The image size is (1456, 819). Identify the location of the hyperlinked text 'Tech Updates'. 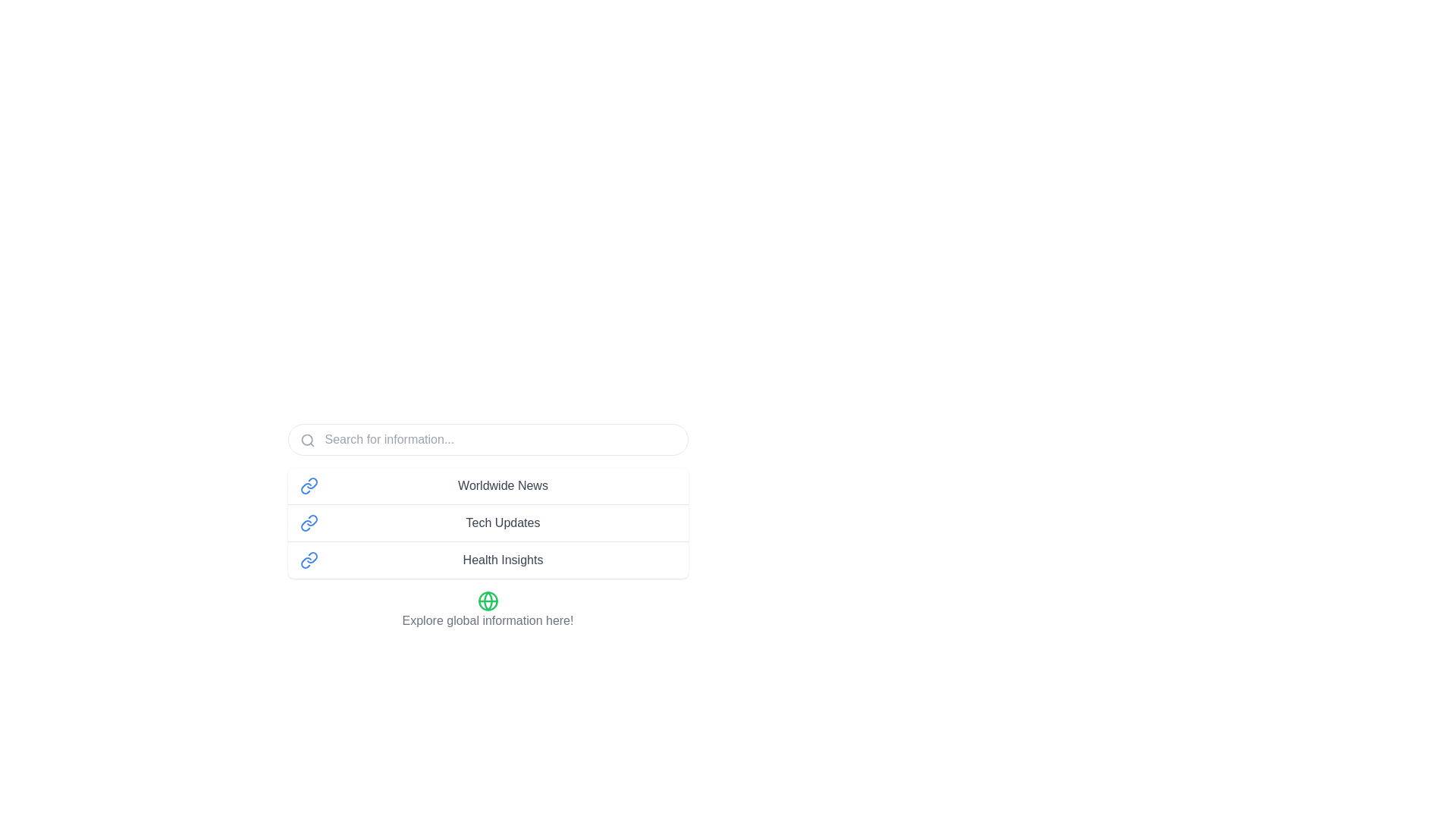
(503, 522).